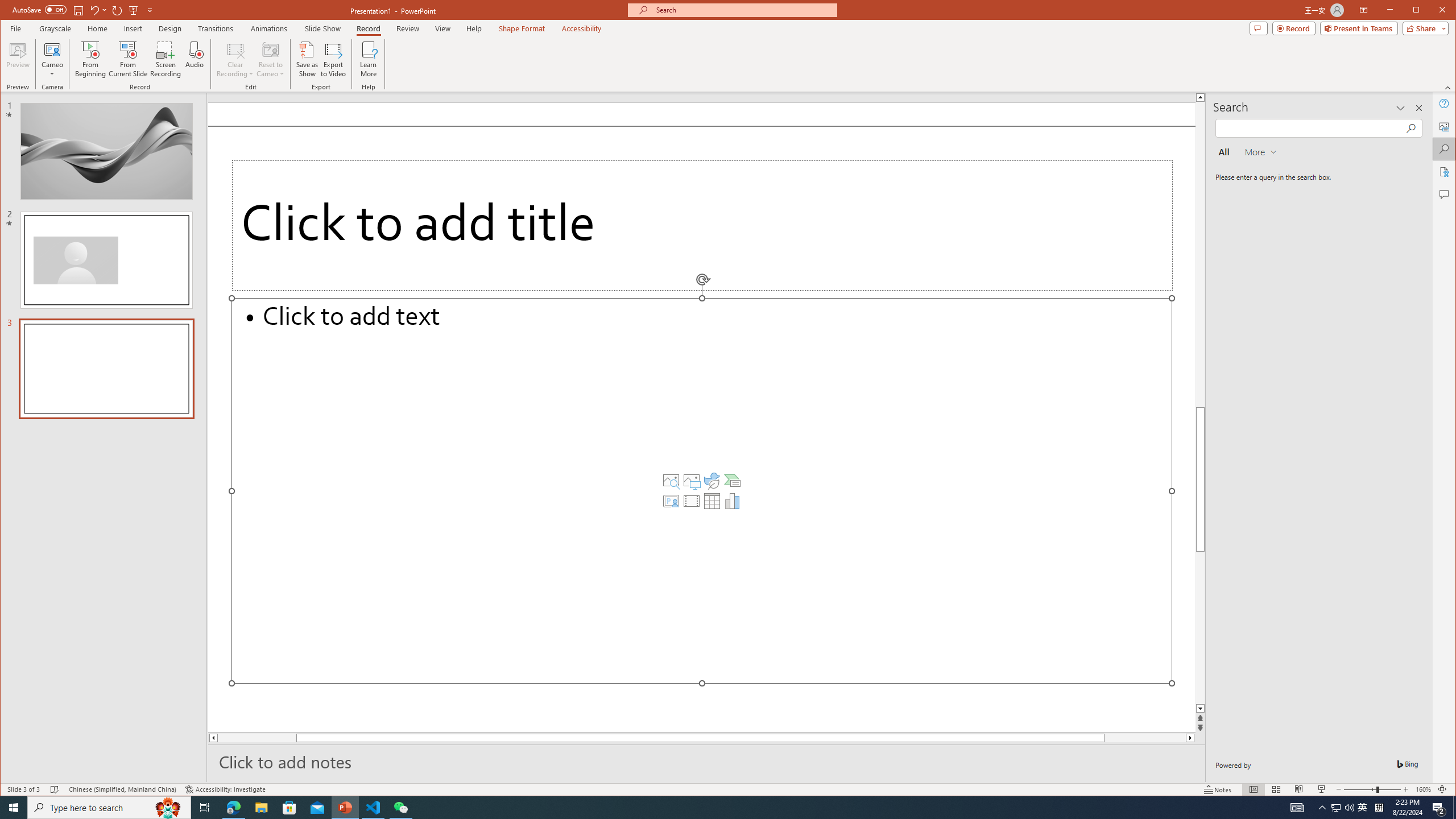 The image size is (1456, 819). I want to click on 'Insert Cameo', so click(671, 500).